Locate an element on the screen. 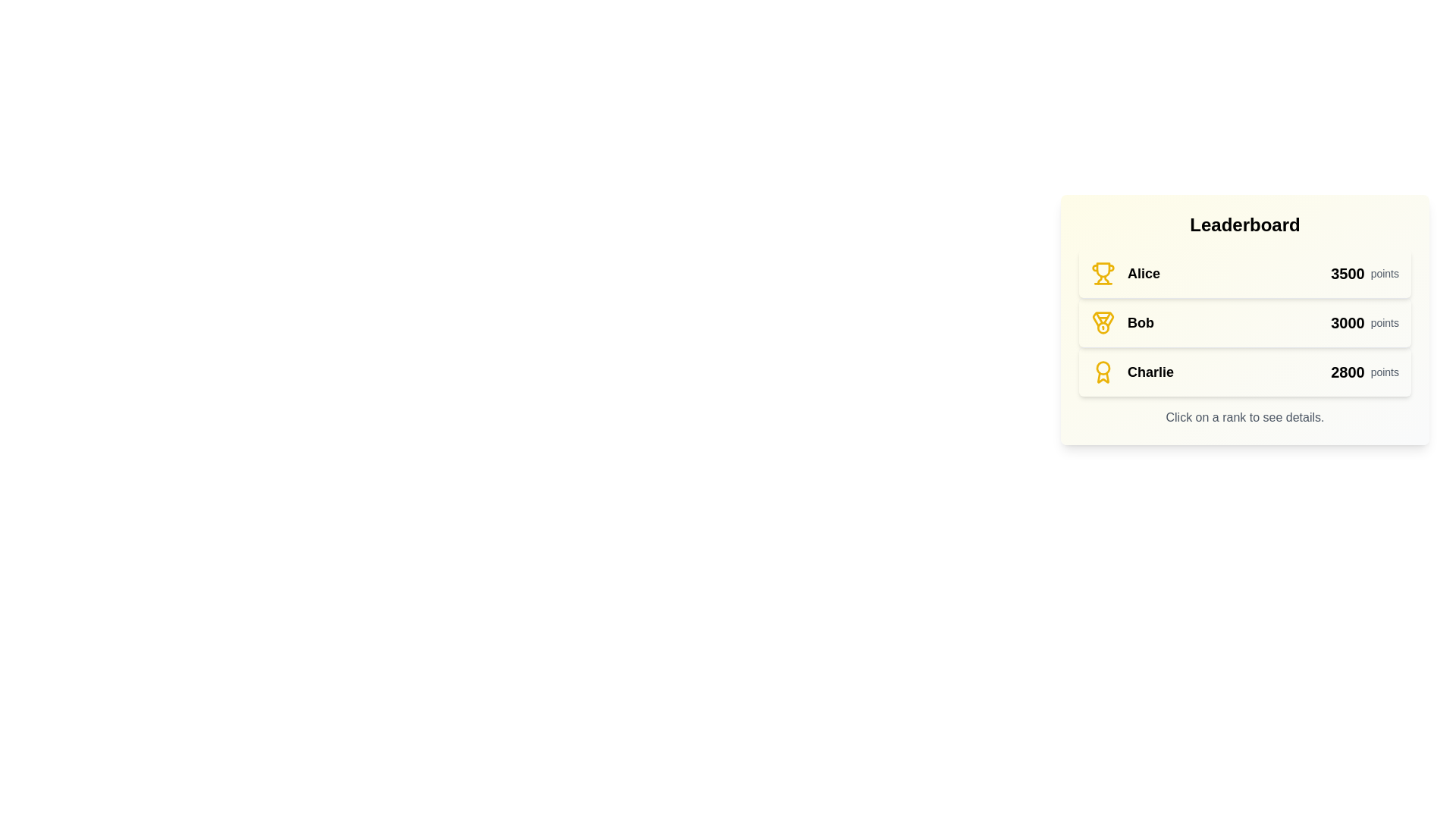 This screenshot has height=819, width=1456. the icon representing rank Charlie is located at coordinates (1103, 372).